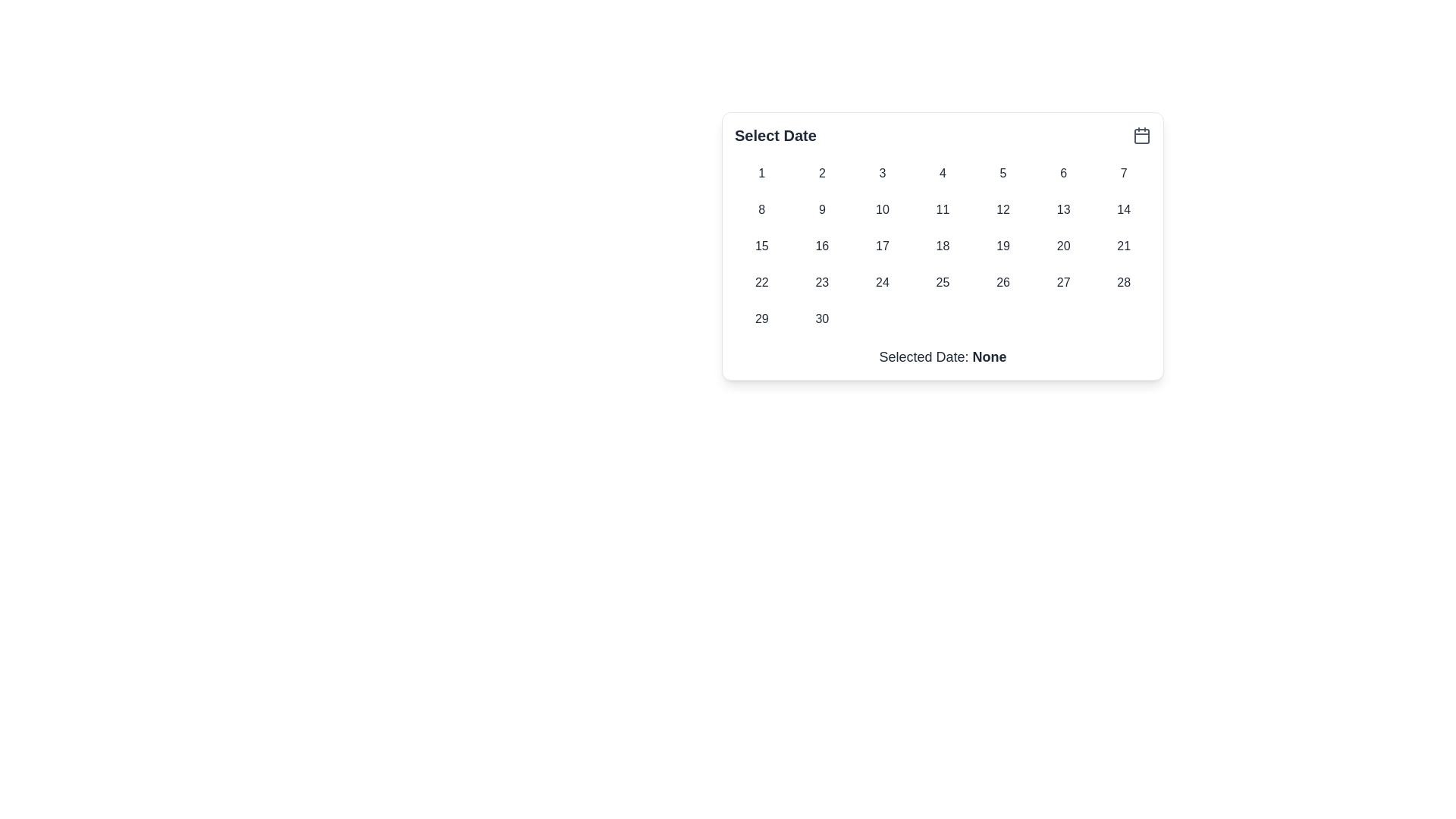 The width and height of the screenshot is (1456, 819). I want to click on the button labeled '17' in the calendar grid, so click(882, 245).